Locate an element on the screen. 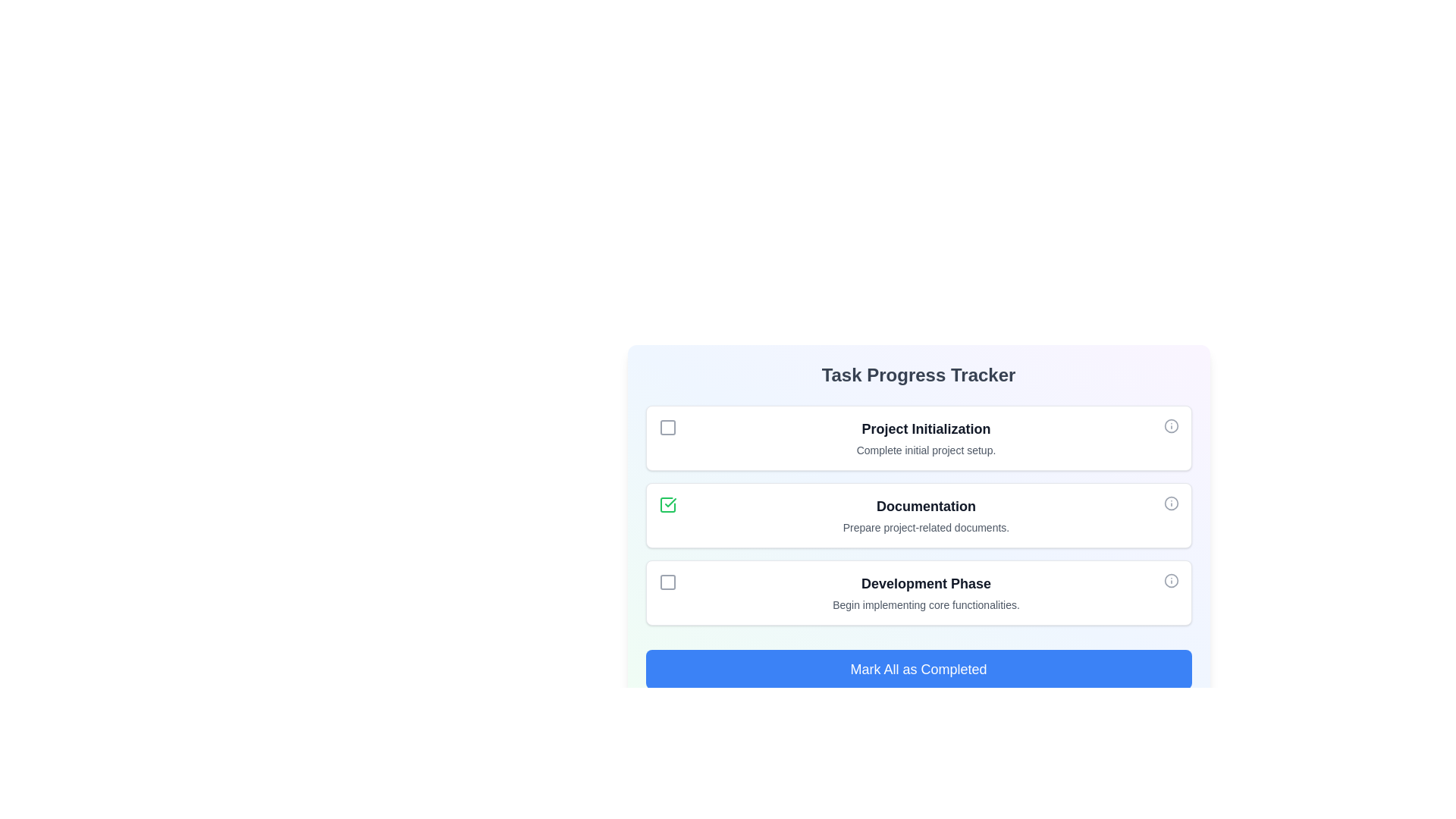  the informational icon located within the rightmost section of the 'Documentation' task in the 'Task Progress Tracker' interface is located at coordinates (1170, 503).